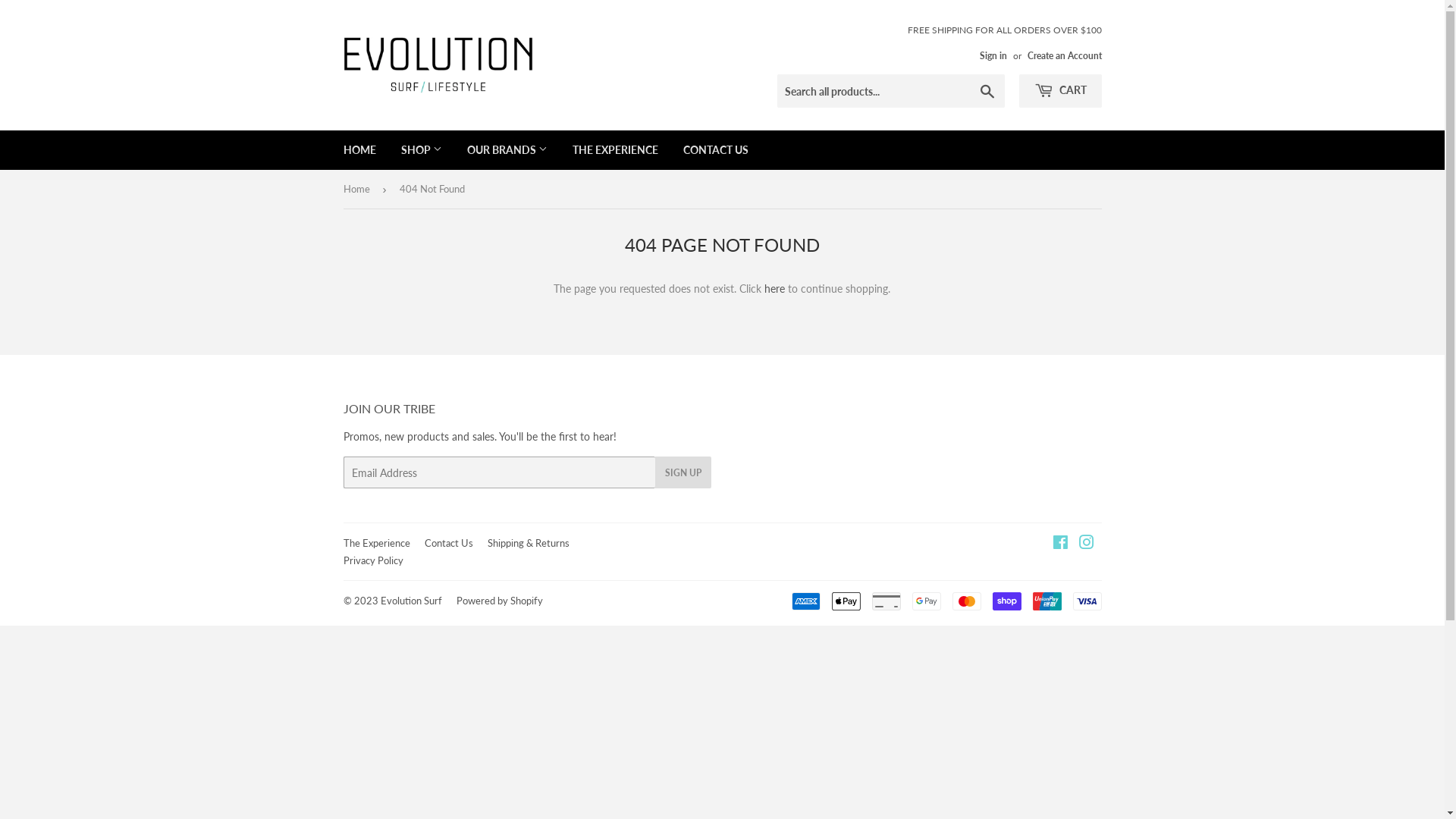 The image size is (1456, 819). I want to click on 'CART', so click(1059, 90).